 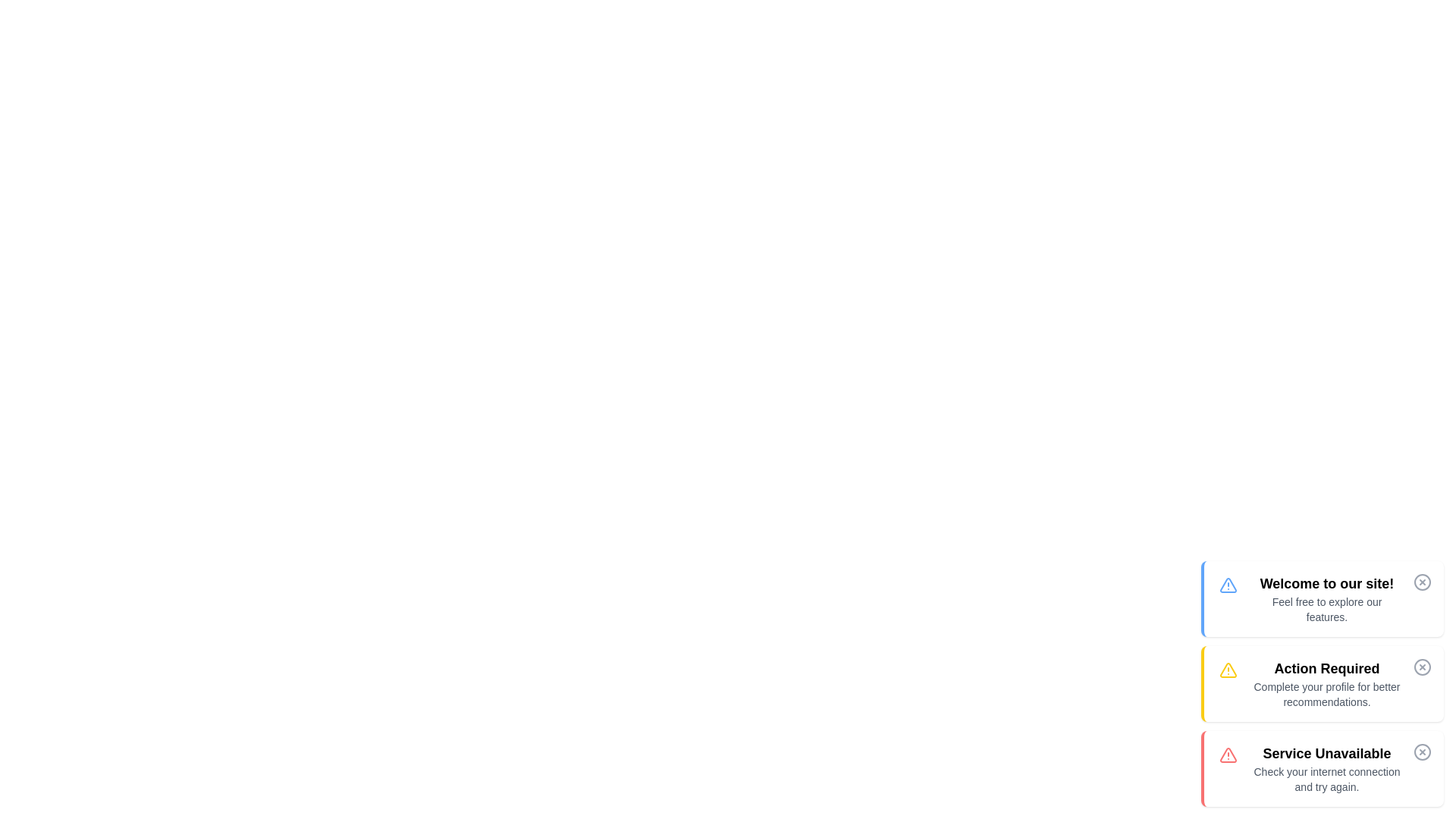 What do you see at coordinates (1422, 666) in the screenshot?
I see `the circular close button with a cross shape at its center, located at the top-right corner of the 'Action Required' notification card, to change its color` at bounding box center [1422, 666].